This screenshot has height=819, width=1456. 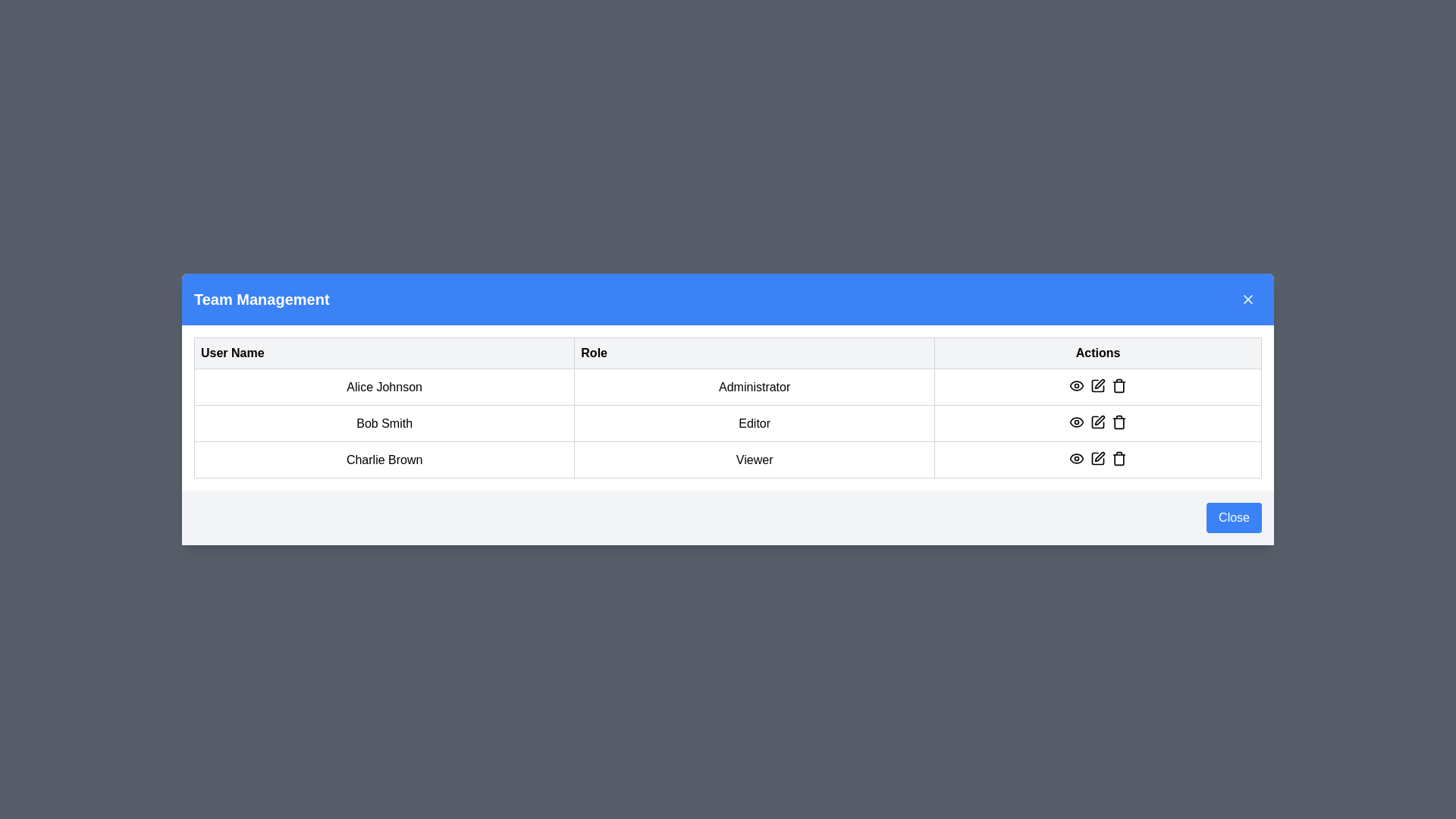 What do you see at coordinates (384, 423) in the screenshot?
I see `text content of the Label displaying the user's name, which shows 'Bob Smith' in a clear, bold font located in the second row under the 'User Name' column` at bounding box center [384, 423].